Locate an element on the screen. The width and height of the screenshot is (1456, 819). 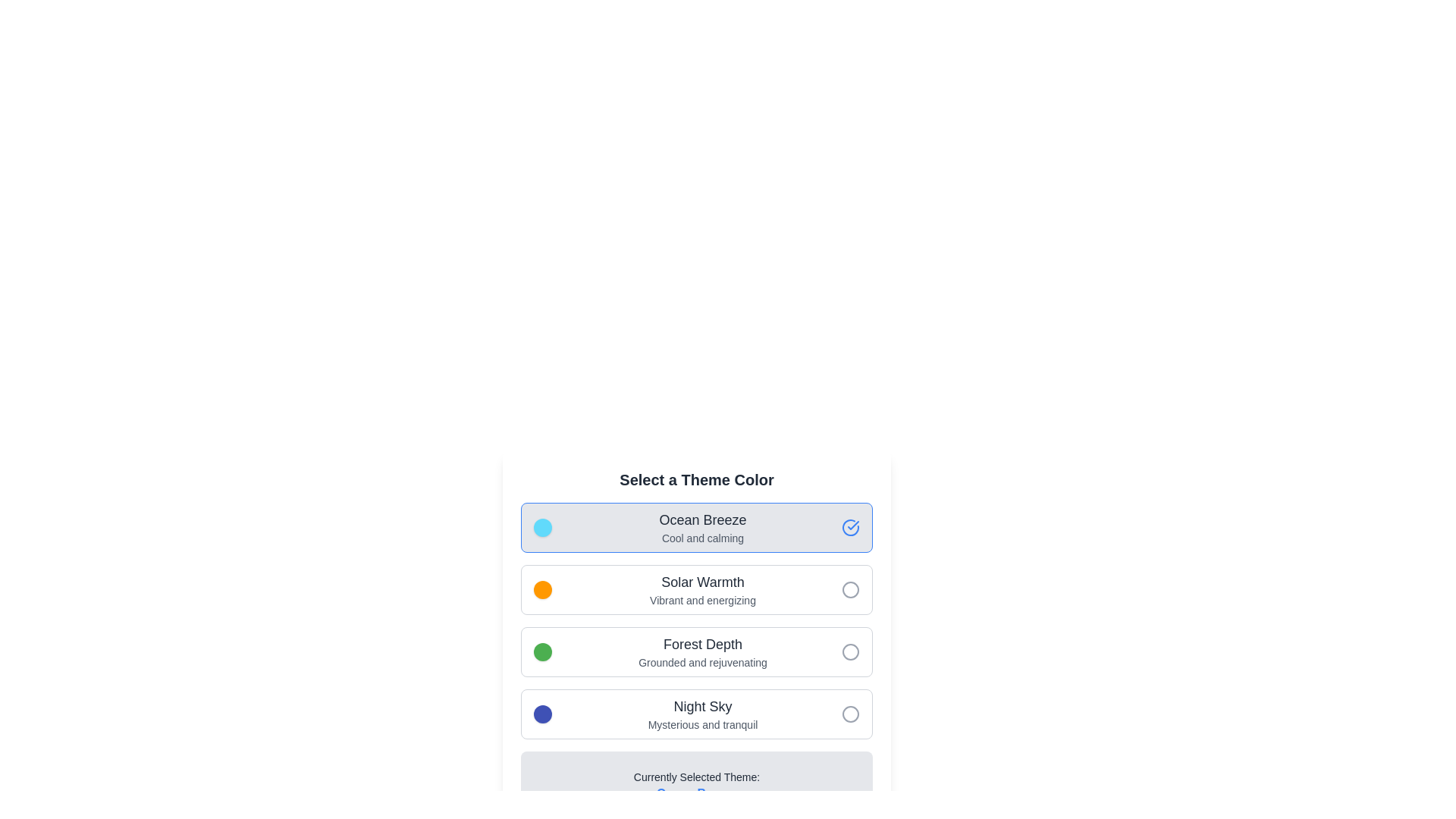
the Text display block containing the title 'Solar Warmth' and subtitle 'Vibrant and energizing', which is located in the second card of selectable theme options, positioned between 'Ocean Breeze' and 'Forest Depth' is located at coordinates (701, 589).